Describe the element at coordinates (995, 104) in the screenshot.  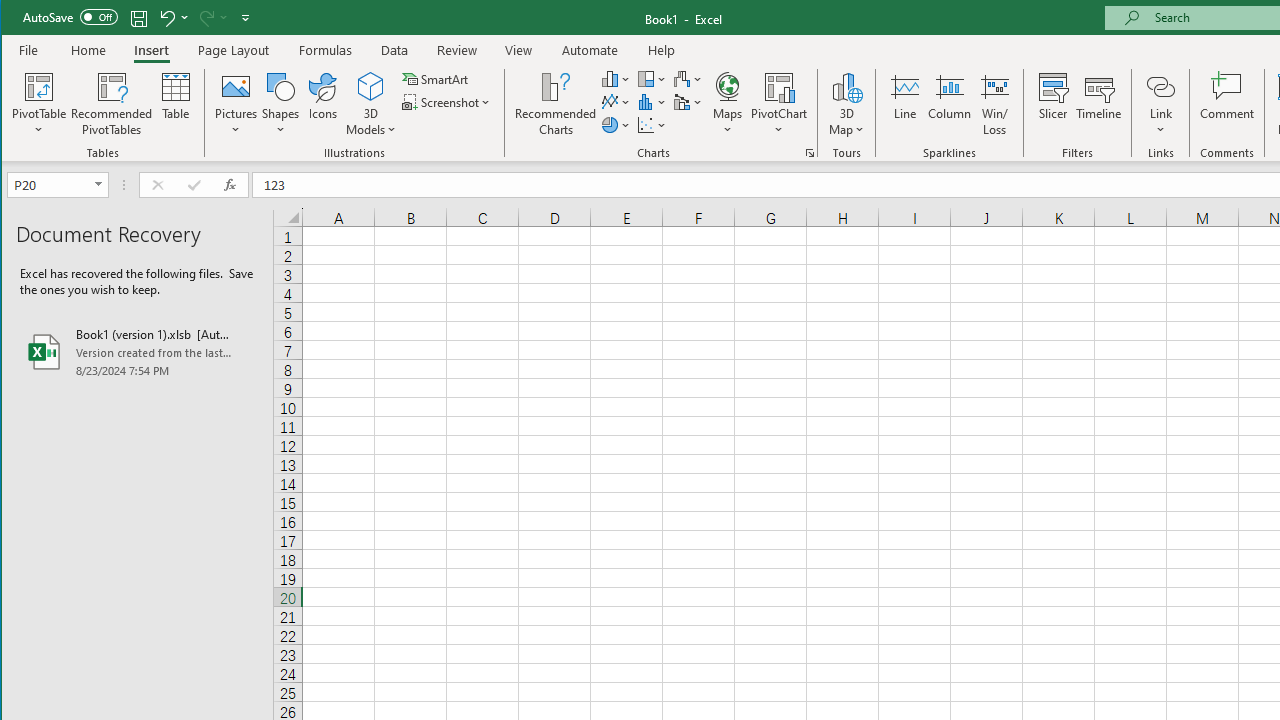
I see `'Win/Loss'` at that location.